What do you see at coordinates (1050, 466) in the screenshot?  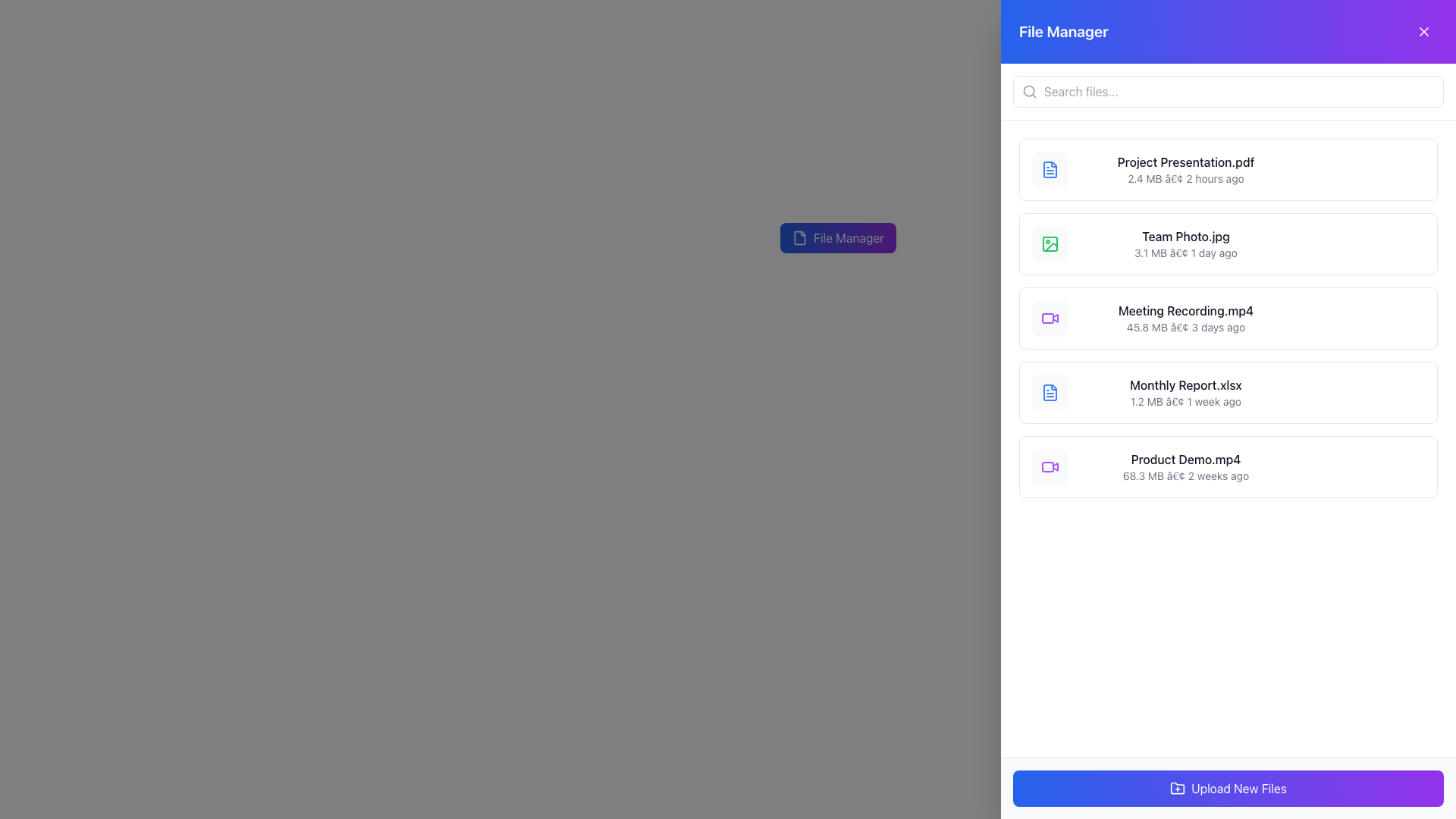 I see `the purple video file icon representing a camera with a recording lens located in the fourth row of a file manager interface` at bounding box center [1050, 466].